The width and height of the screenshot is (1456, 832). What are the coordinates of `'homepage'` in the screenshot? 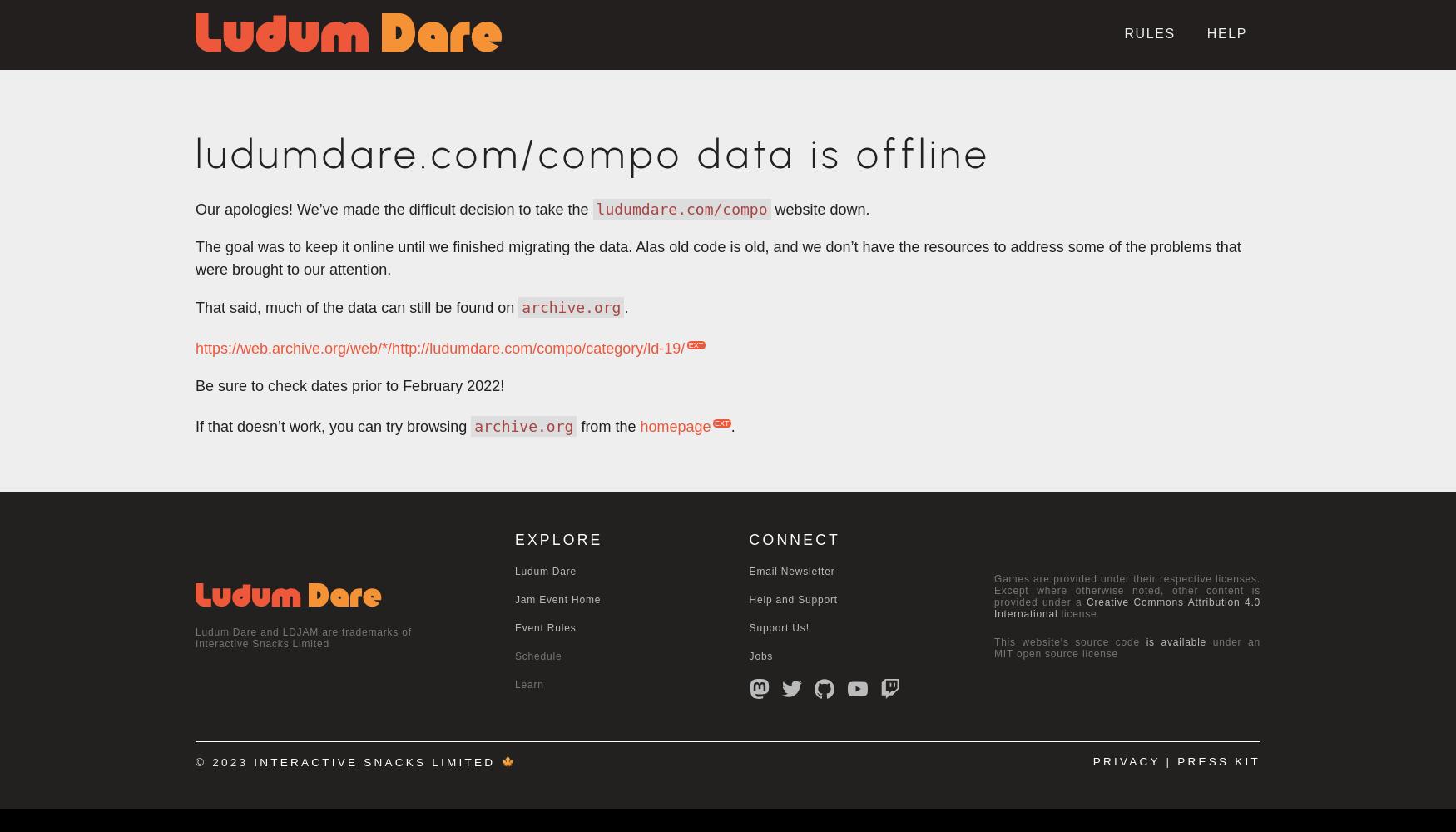 It's located at (674, 427).